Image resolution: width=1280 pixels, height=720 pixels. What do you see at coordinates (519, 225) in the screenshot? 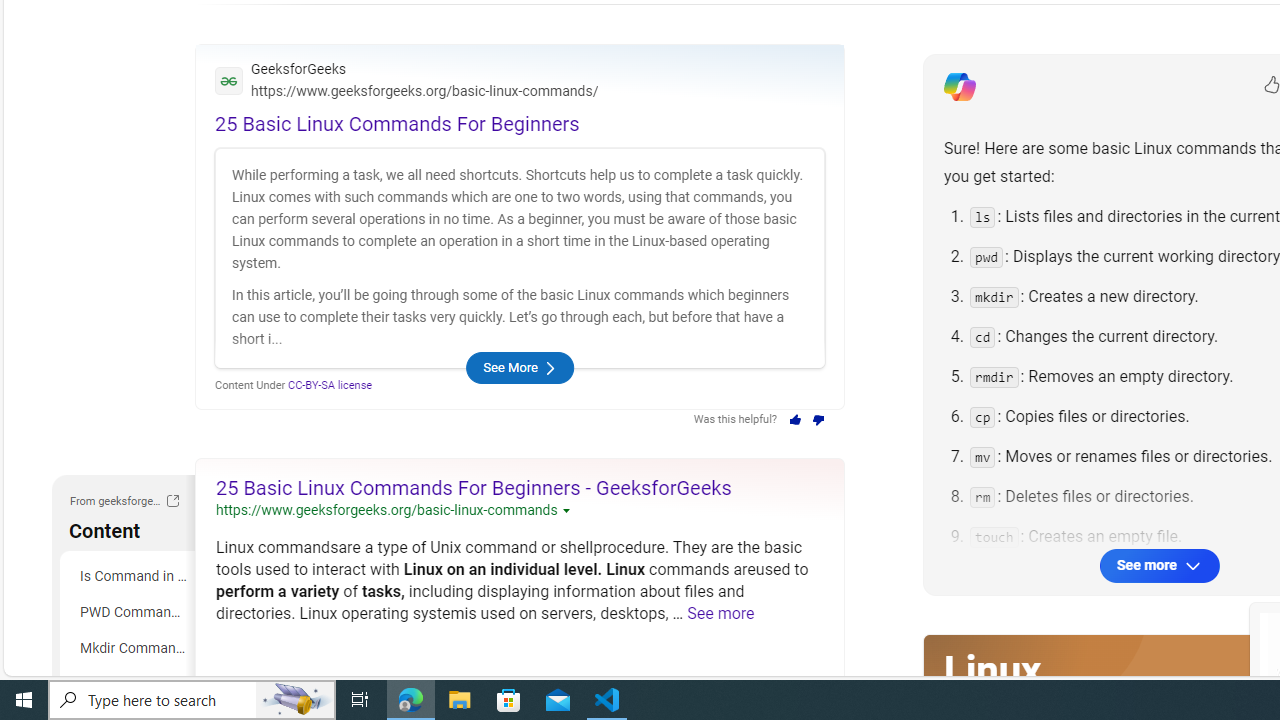
I see `'Class: b_ans b_top b_topborder'` at bounding box center [519, 225].